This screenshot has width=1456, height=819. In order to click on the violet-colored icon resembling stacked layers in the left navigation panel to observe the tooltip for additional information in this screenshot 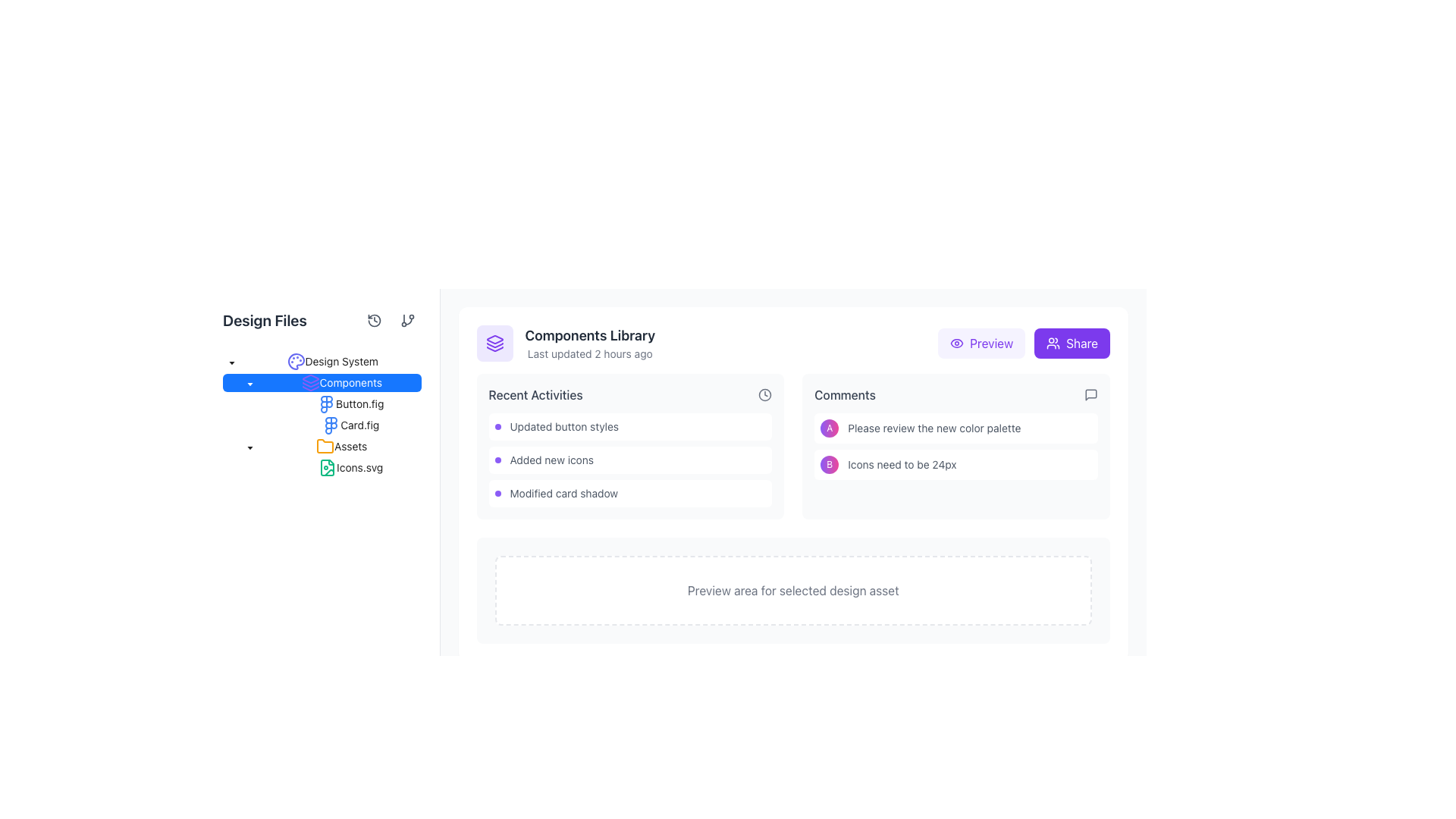, I will do `click(309, 382)`.